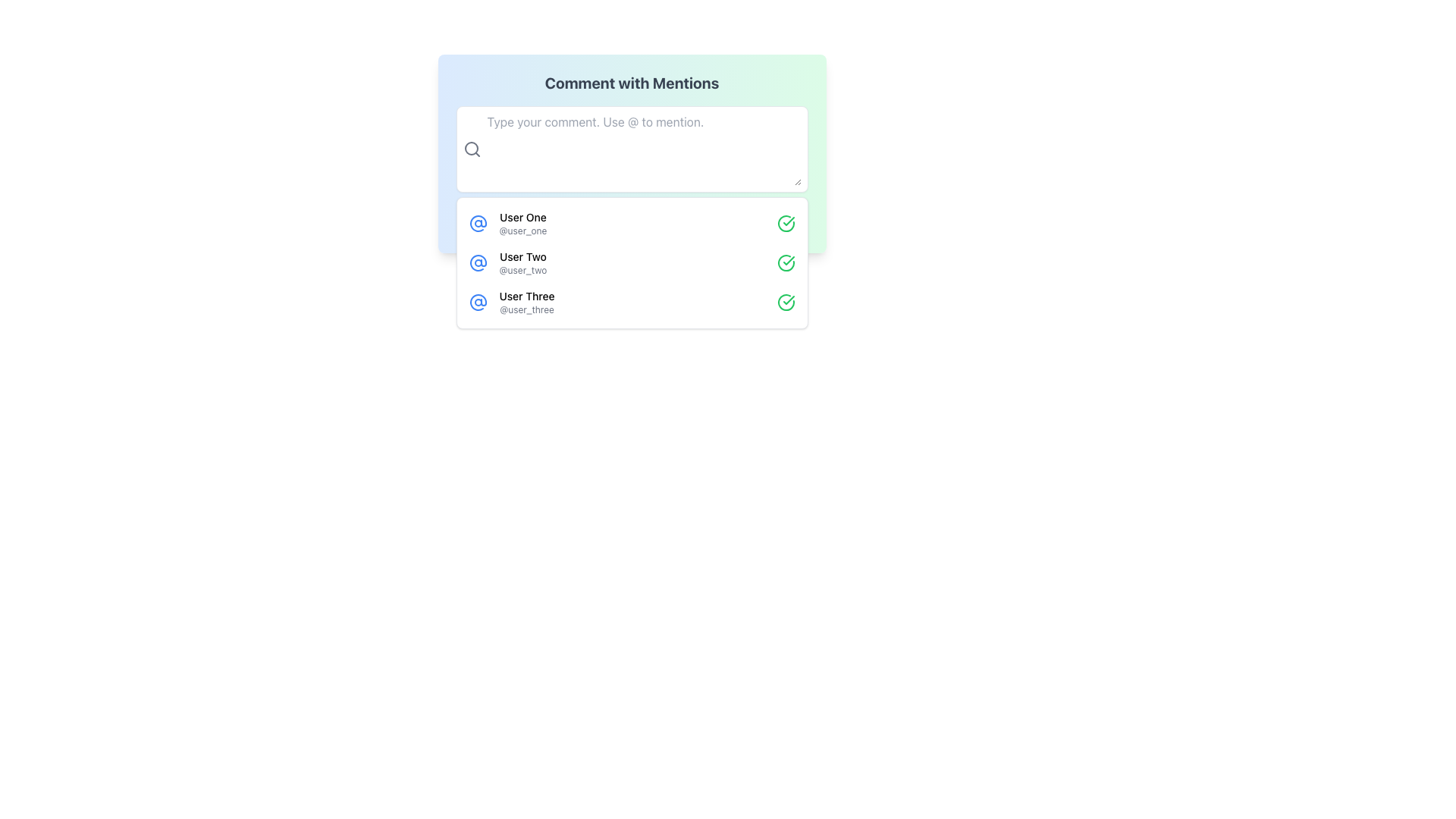 This screenshot has height=819, width=1456. I want to click on the 'User Two' text label, which is the second entry in a list of selectable items within a modal or dropdown, so click(522, 256).